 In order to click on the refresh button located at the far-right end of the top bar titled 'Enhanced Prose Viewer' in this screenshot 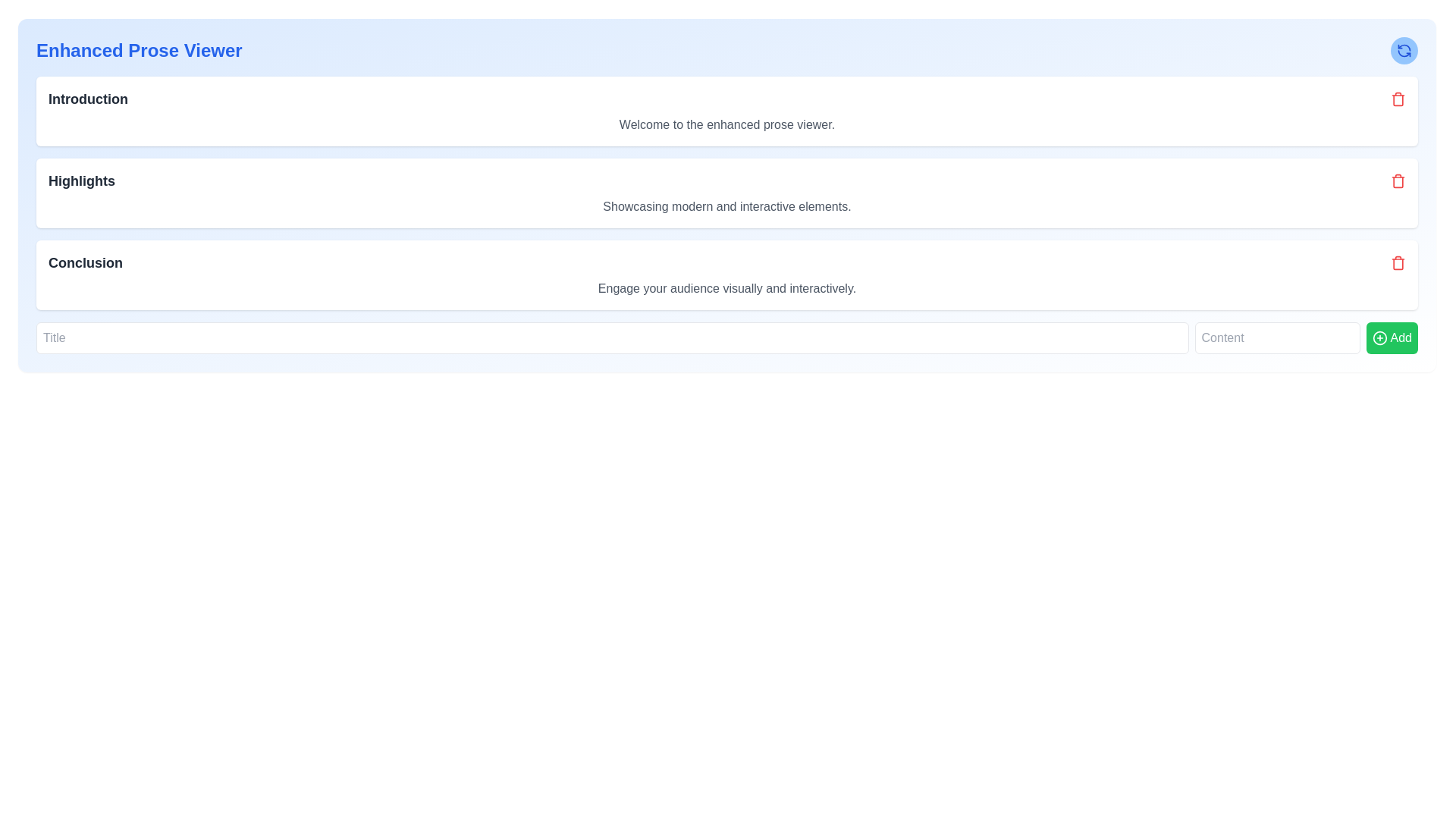, I will do `click(1404, 49)`.